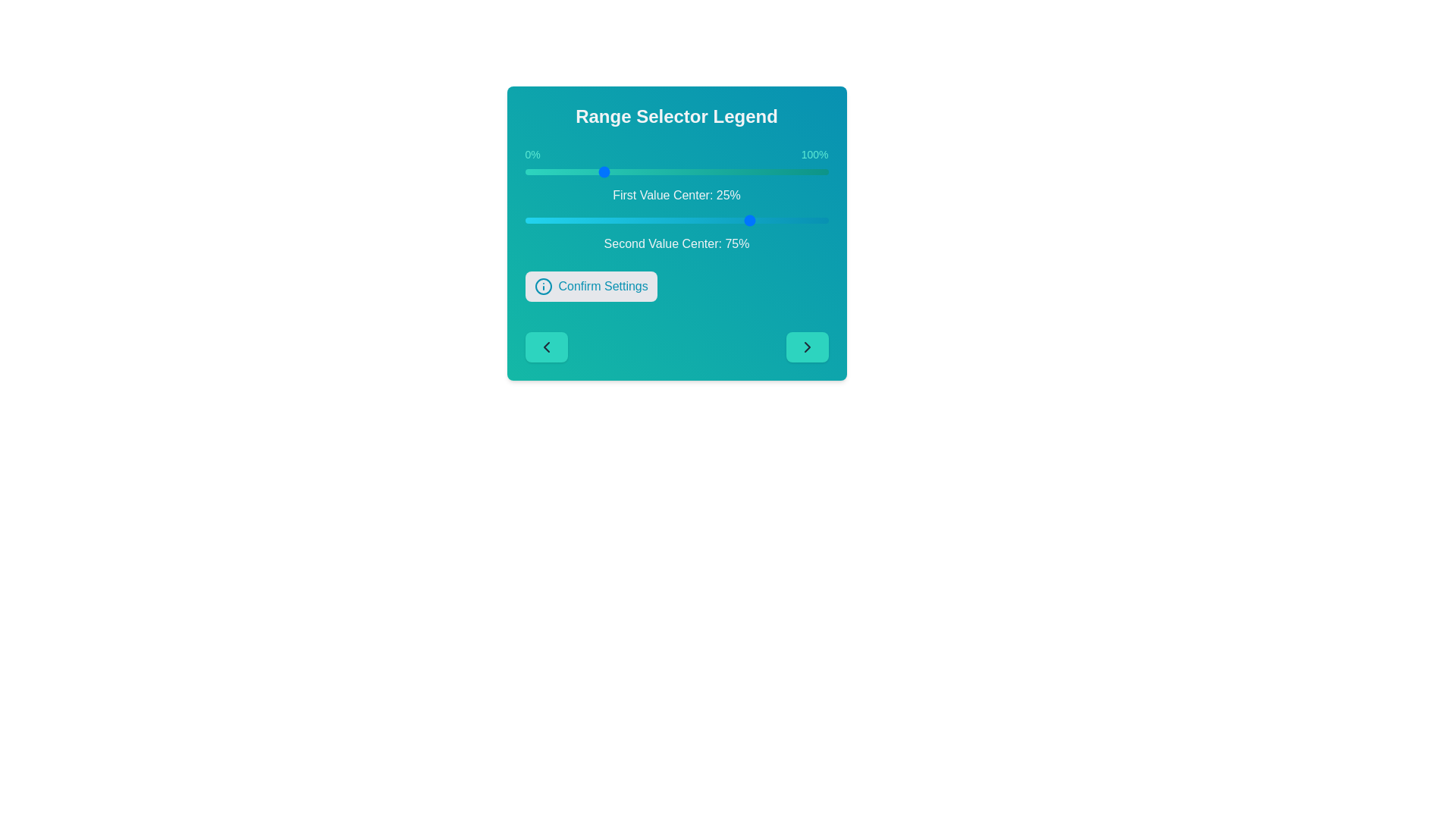 The width and height of the screenshot is (1456, 819). Describe the element at coordinates (797, 220) in the screenshot. I see `the slider value` at that location.